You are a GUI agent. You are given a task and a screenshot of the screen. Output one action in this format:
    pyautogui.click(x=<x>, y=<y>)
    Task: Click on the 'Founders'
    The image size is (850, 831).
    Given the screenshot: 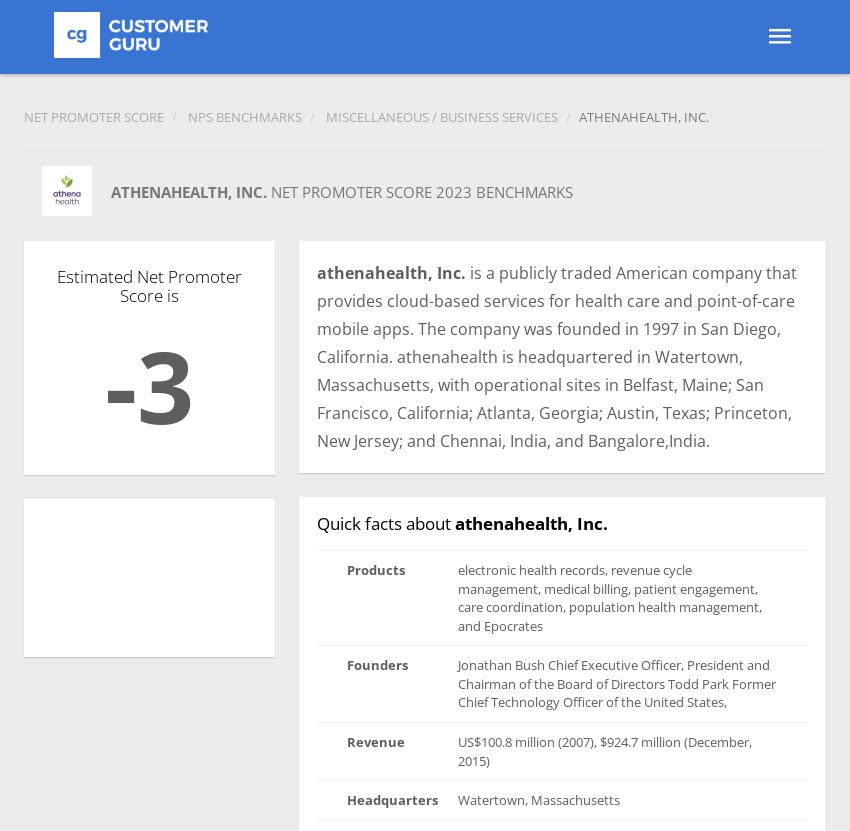 What is the action you would take?
    pyautogui.click(x=345, y=664)
    